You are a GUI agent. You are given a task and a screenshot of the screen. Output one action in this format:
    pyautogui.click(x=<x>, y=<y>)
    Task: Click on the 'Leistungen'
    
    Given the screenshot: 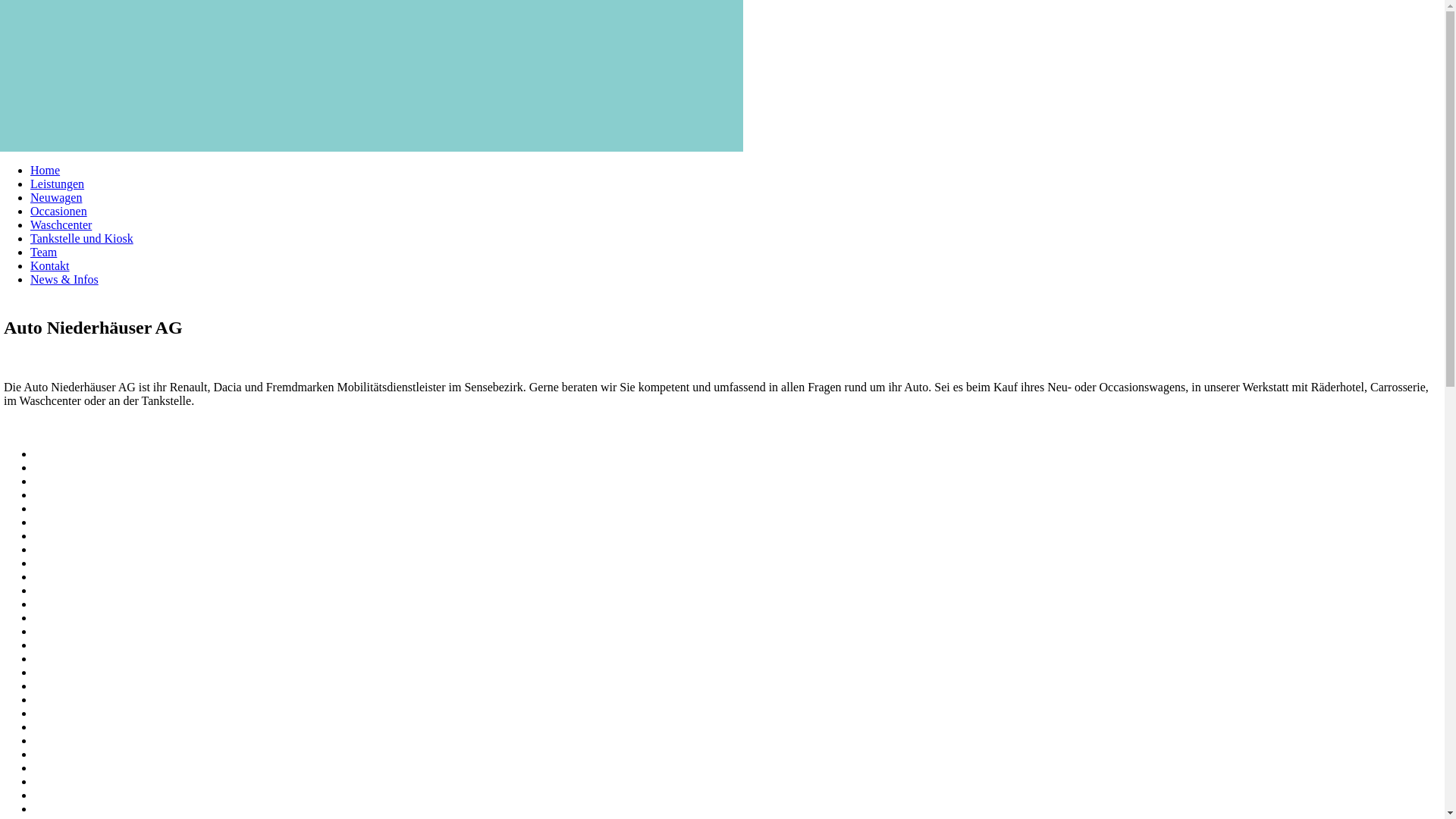 What is the action you would take?
    pyautogui.click(x=30, y=183)
    